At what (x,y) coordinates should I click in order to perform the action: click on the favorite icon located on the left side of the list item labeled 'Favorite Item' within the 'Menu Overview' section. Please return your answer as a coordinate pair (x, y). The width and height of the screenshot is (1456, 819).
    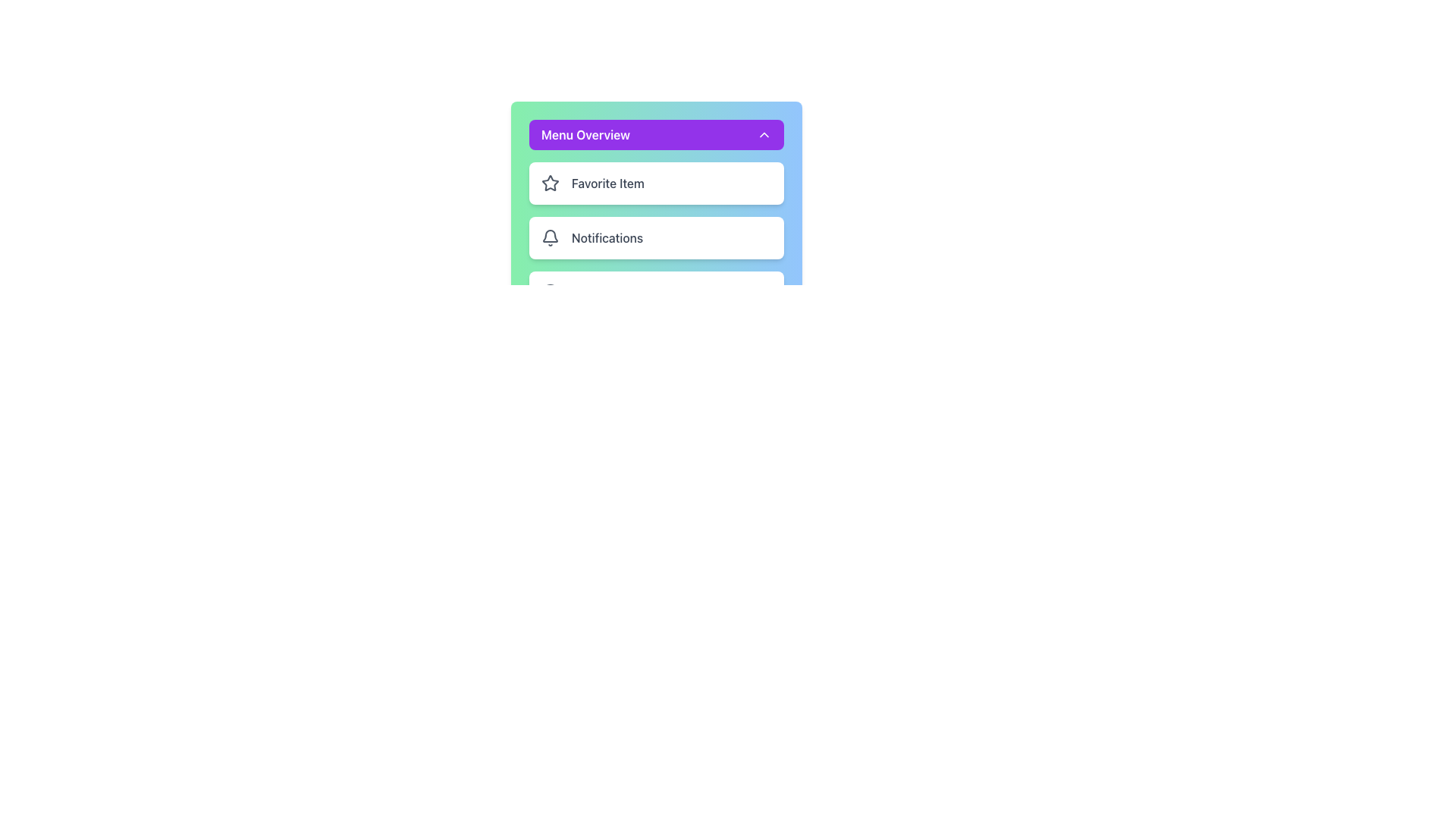
    Looking at the image, I should click on (549, 183).